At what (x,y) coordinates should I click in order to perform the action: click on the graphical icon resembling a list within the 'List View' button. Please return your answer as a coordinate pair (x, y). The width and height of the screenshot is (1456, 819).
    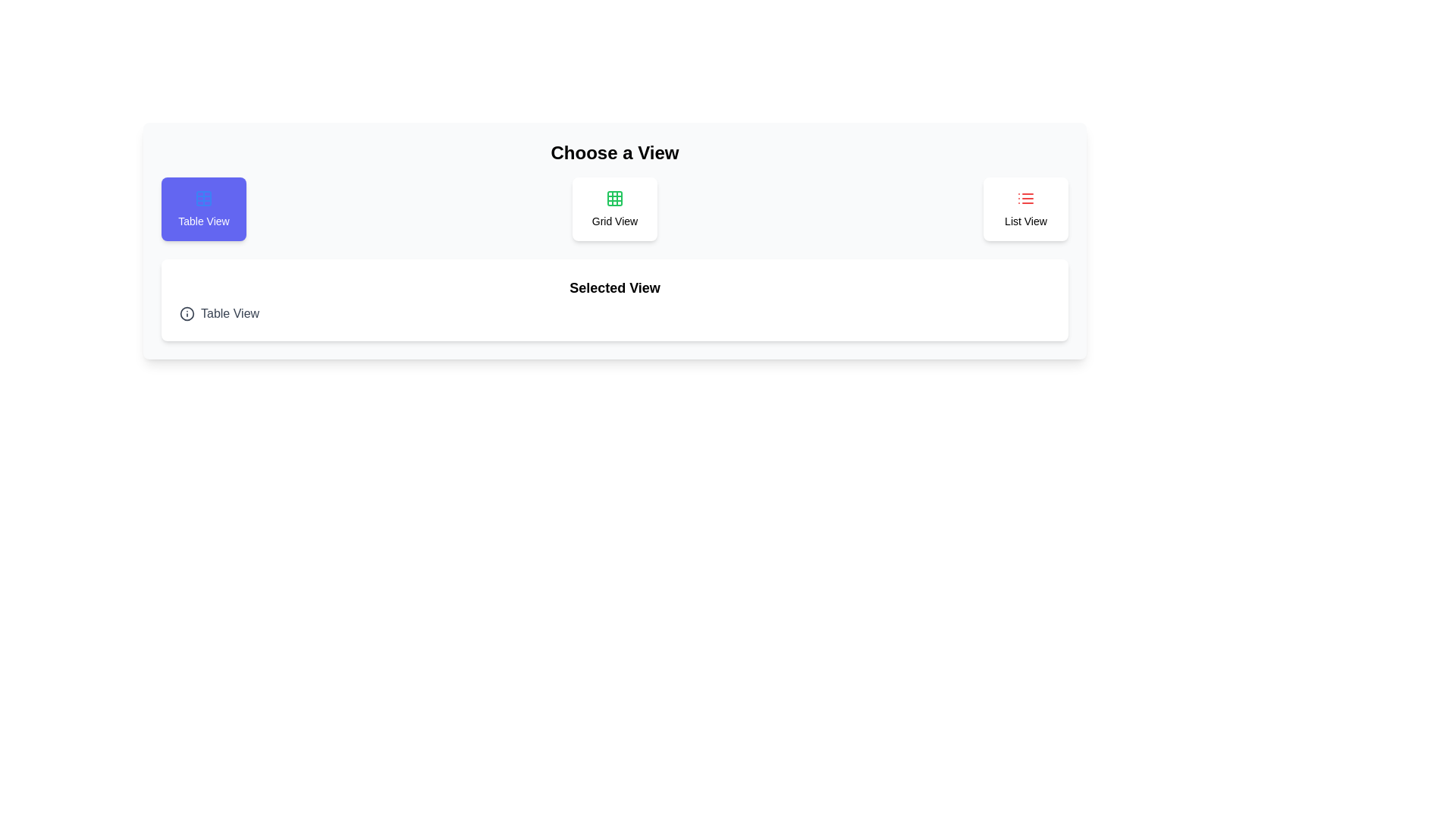
    Looking at the image, I should click on (1026, 198).